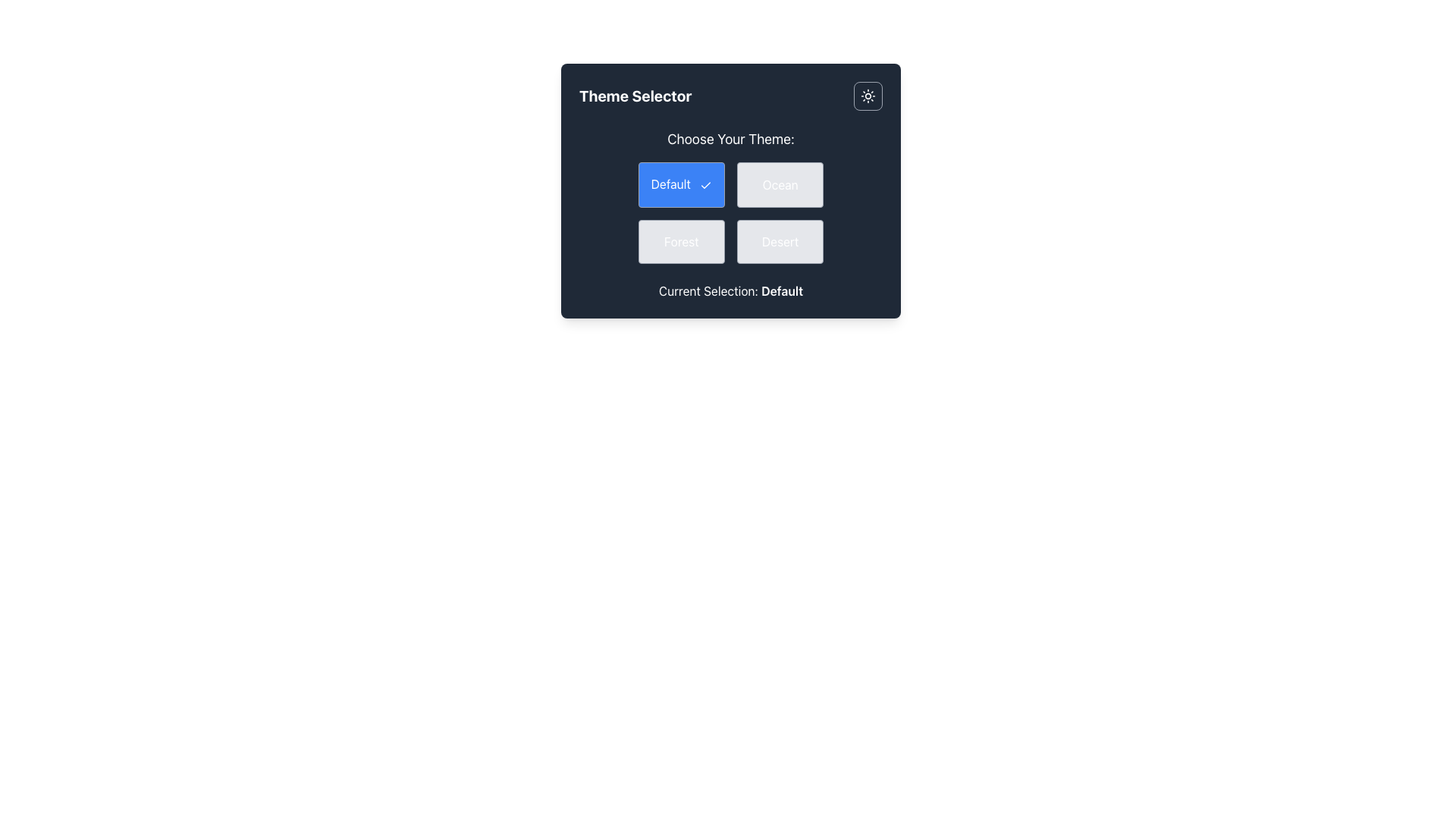  Describe the element at coordinates (868, 96) in the screenshot. I see `the sun-shaped icon in the theme selector interface for tooltip display` at that location.